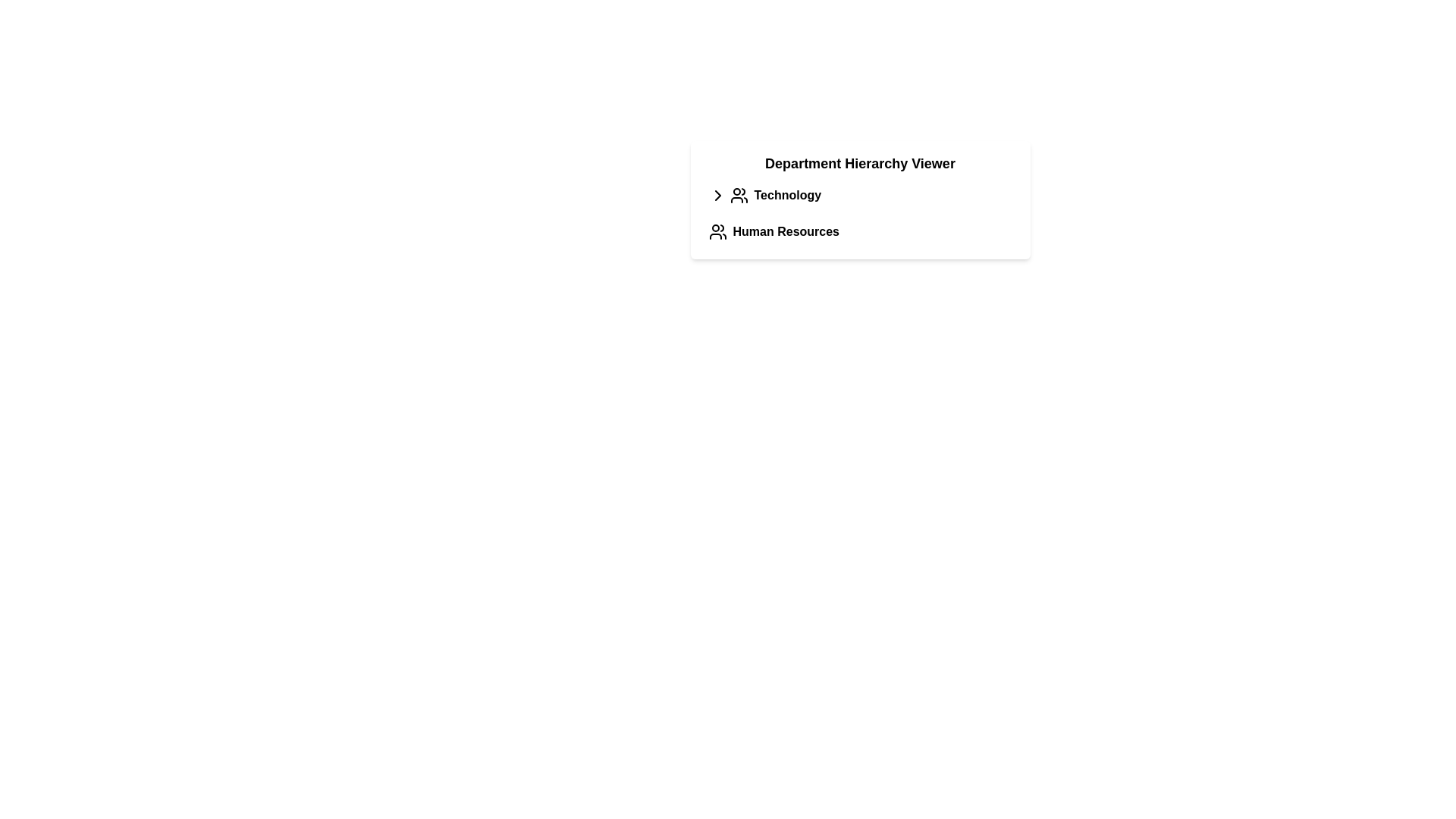  Describe the element at coordinates (786, 231) in the screenshot. I see `text label indicating a department or category within the 'Department Hierarchy Viewer', located in the second row to the right of the group illustration icon` at that location.